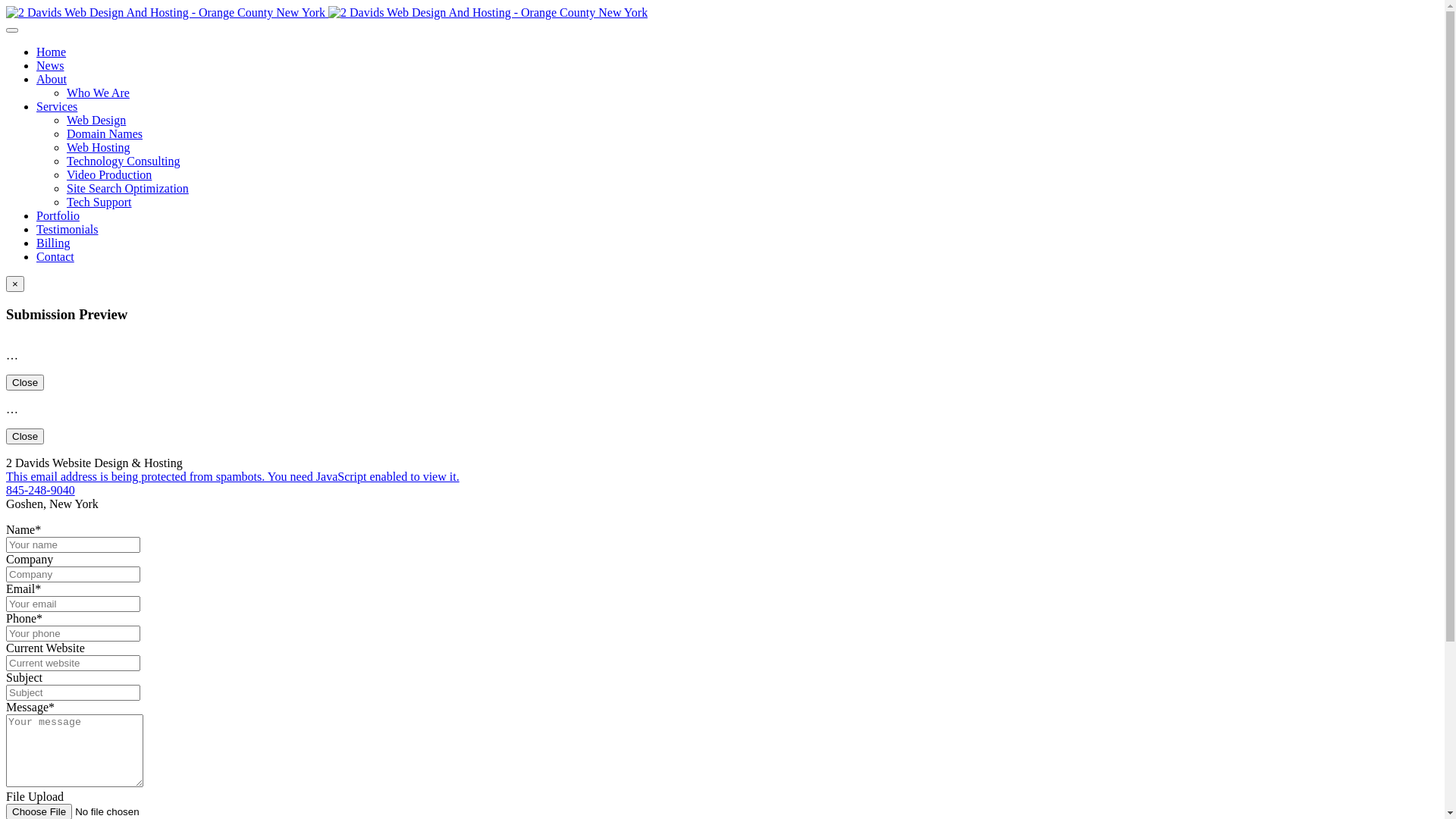  I want to click on 'Home', so click(51, 51).